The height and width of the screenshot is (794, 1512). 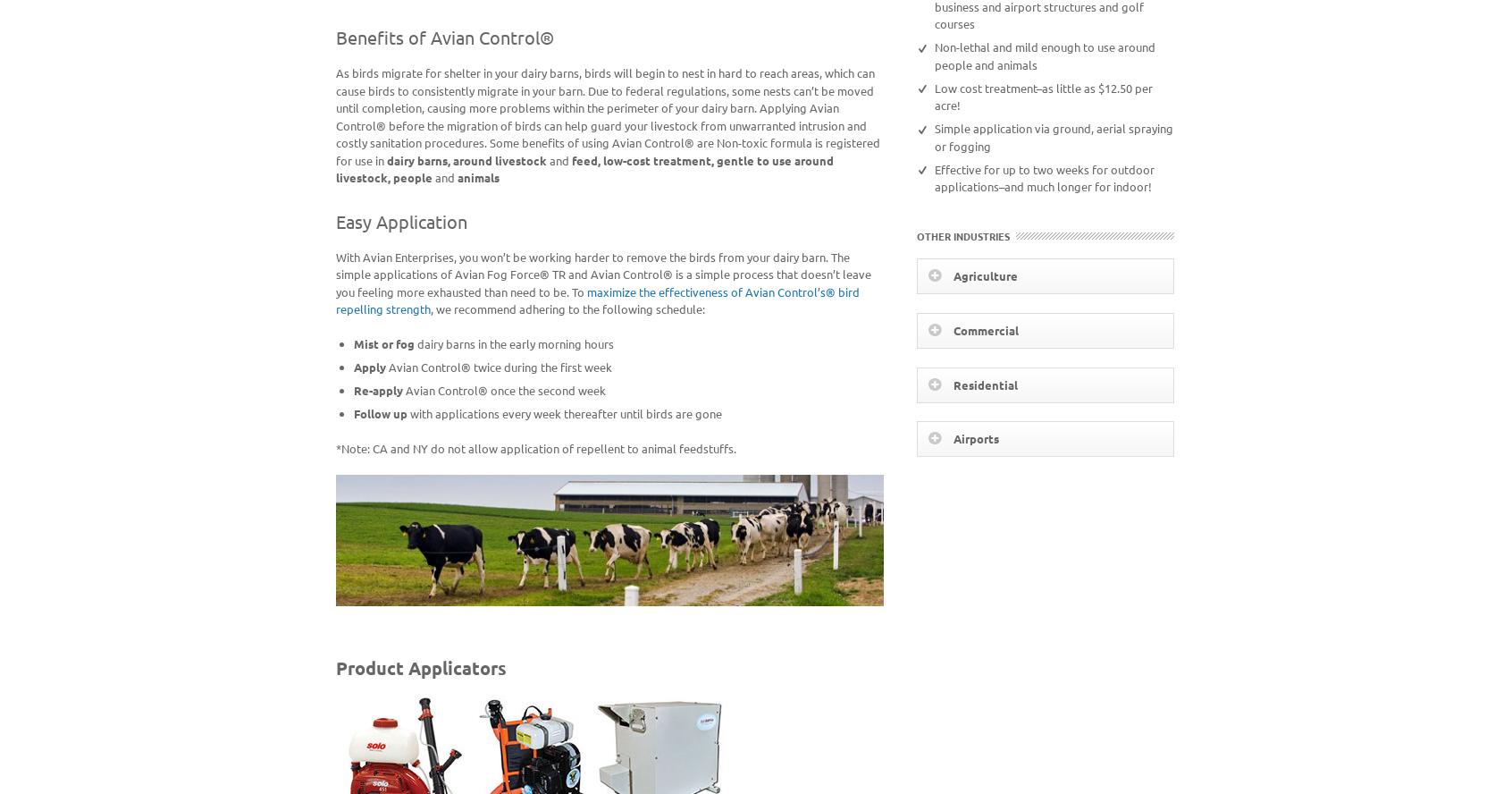 I want to click on 'Low cost treatment–as little as $12.50 per acre!', so click(x=932, y=95).